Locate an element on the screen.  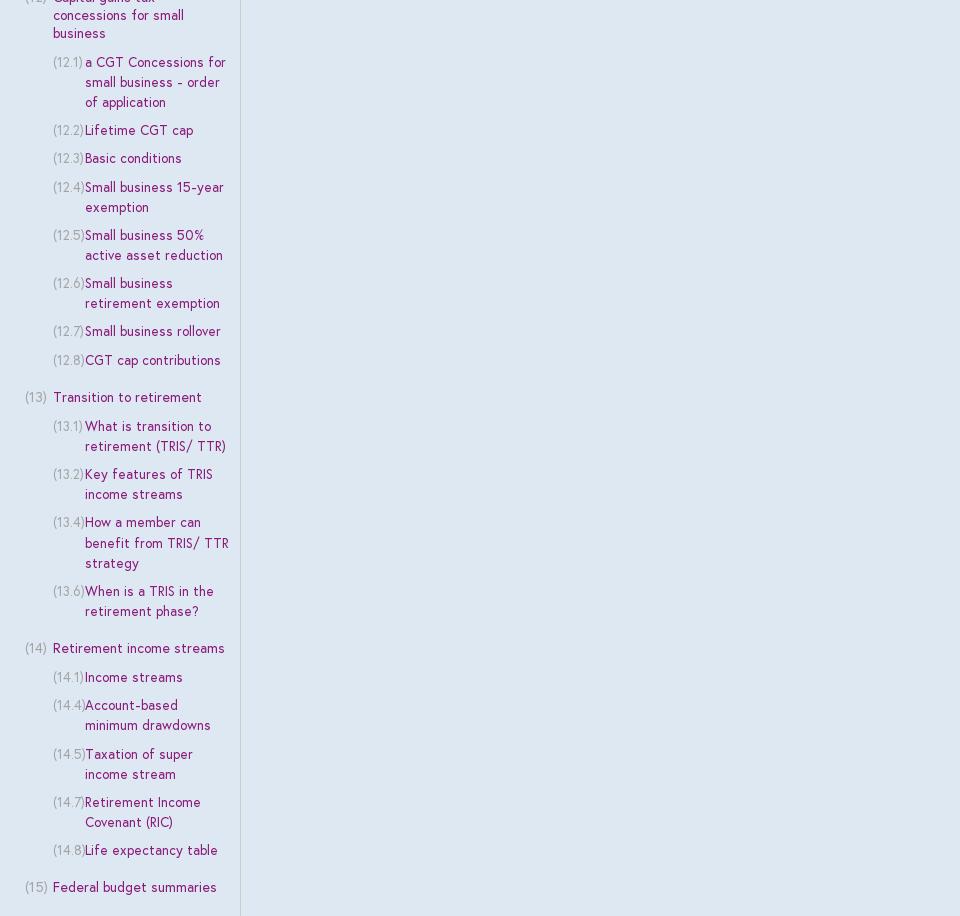
'(12.8)' is located at coordinates (67, 358).